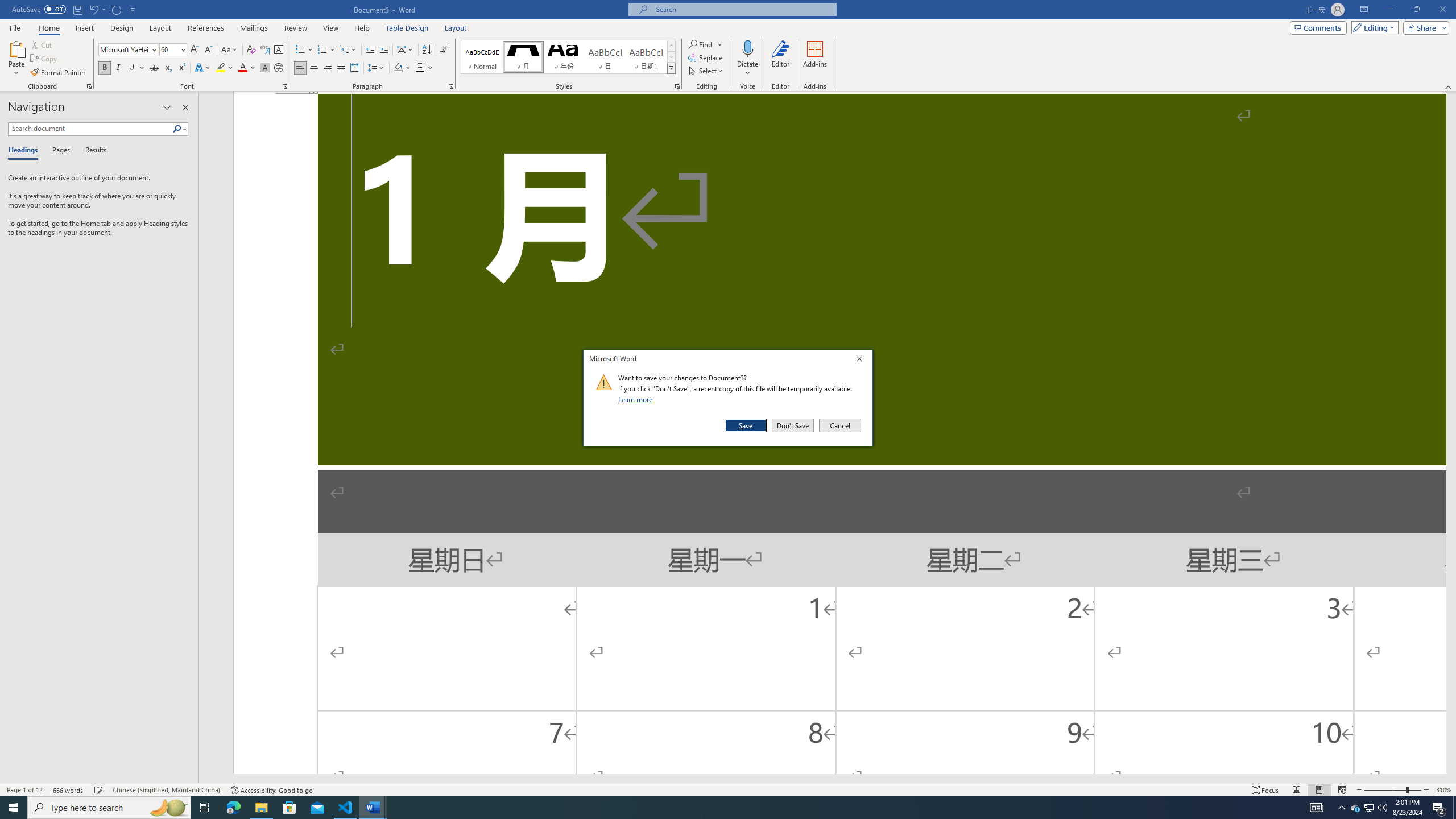  I want to click on 'Undo Increase Indent', so click(93, 9).